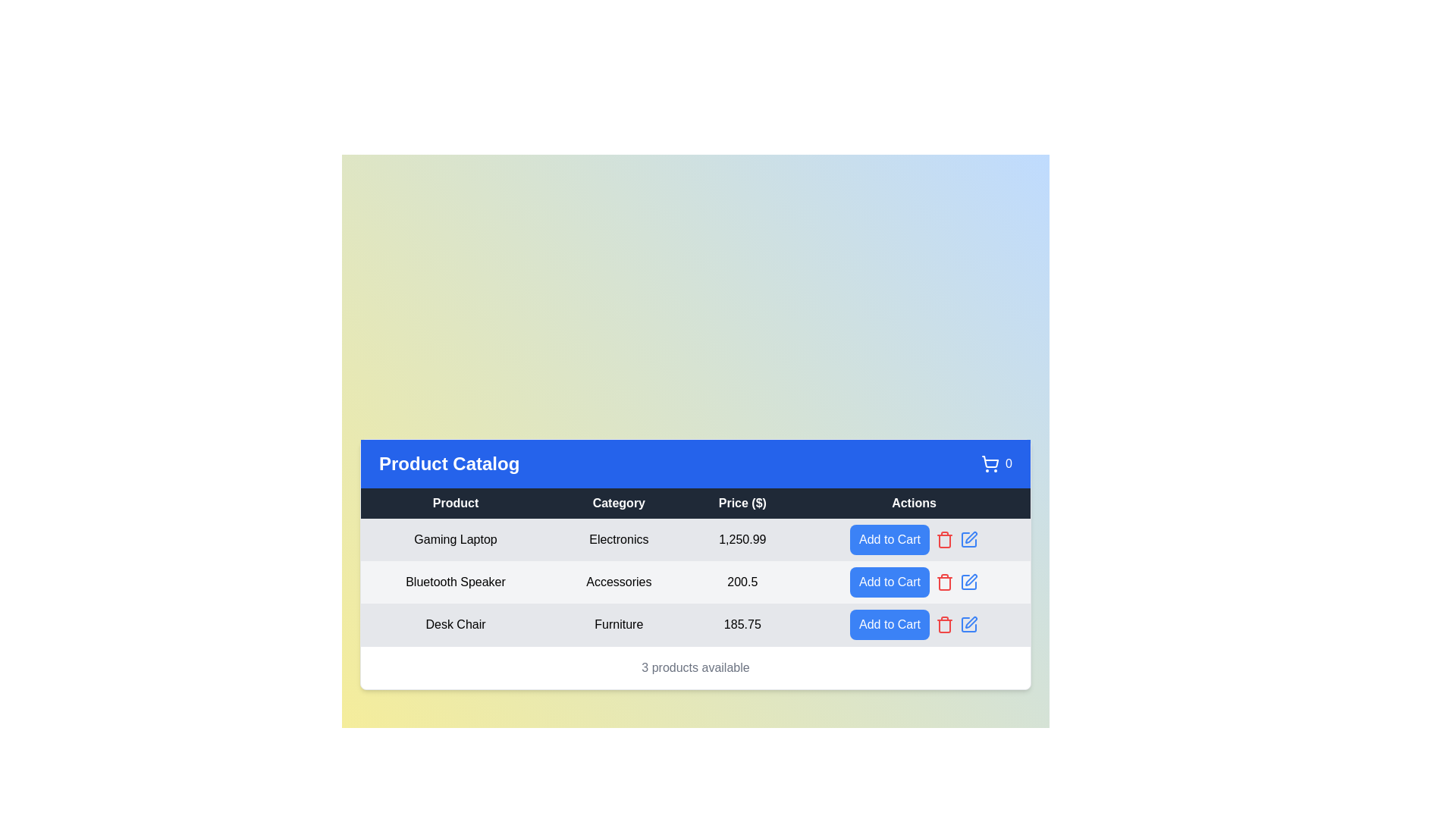  I want to click on the pen icon in the 'Actions' section of the table, so click(968, 538).